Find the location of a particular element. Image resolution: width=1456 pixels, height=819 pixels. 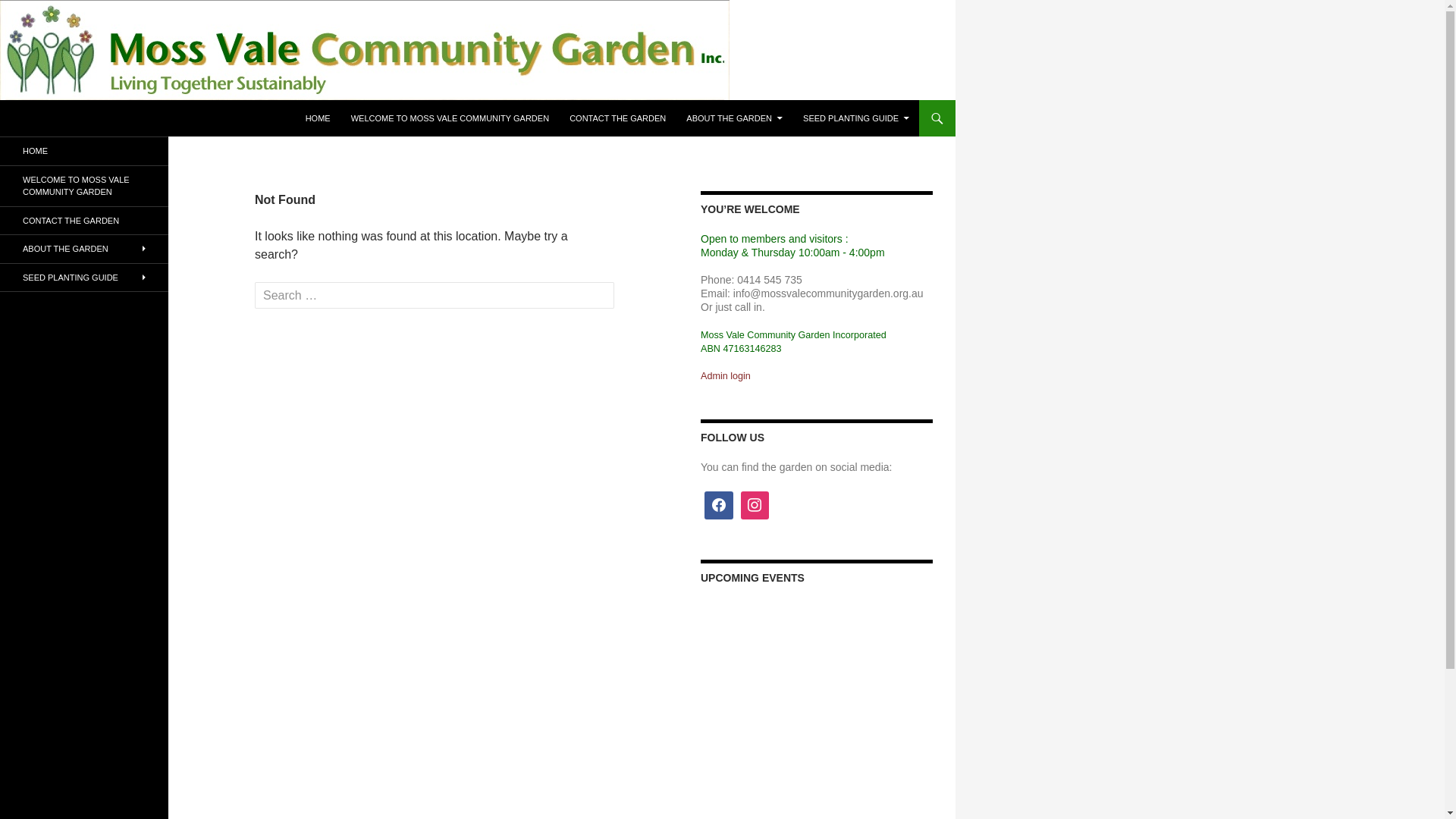

'HOME' is located at coordinates (317, 117).